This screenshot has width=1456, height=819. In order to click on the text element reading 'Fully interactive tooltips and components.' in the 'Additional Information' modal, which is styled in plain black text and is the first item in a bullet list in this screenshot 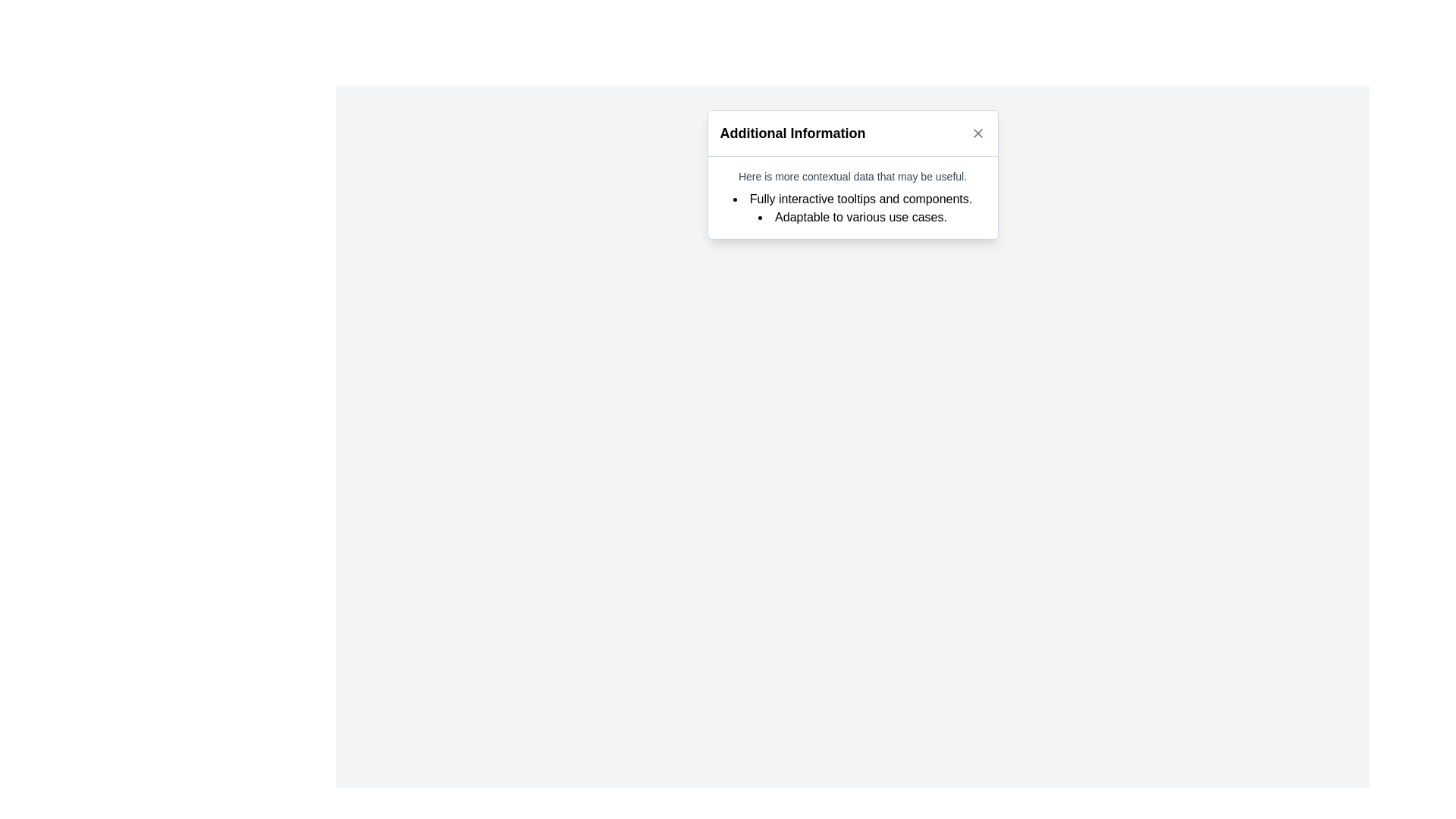, I will do `click(852, 198)`.